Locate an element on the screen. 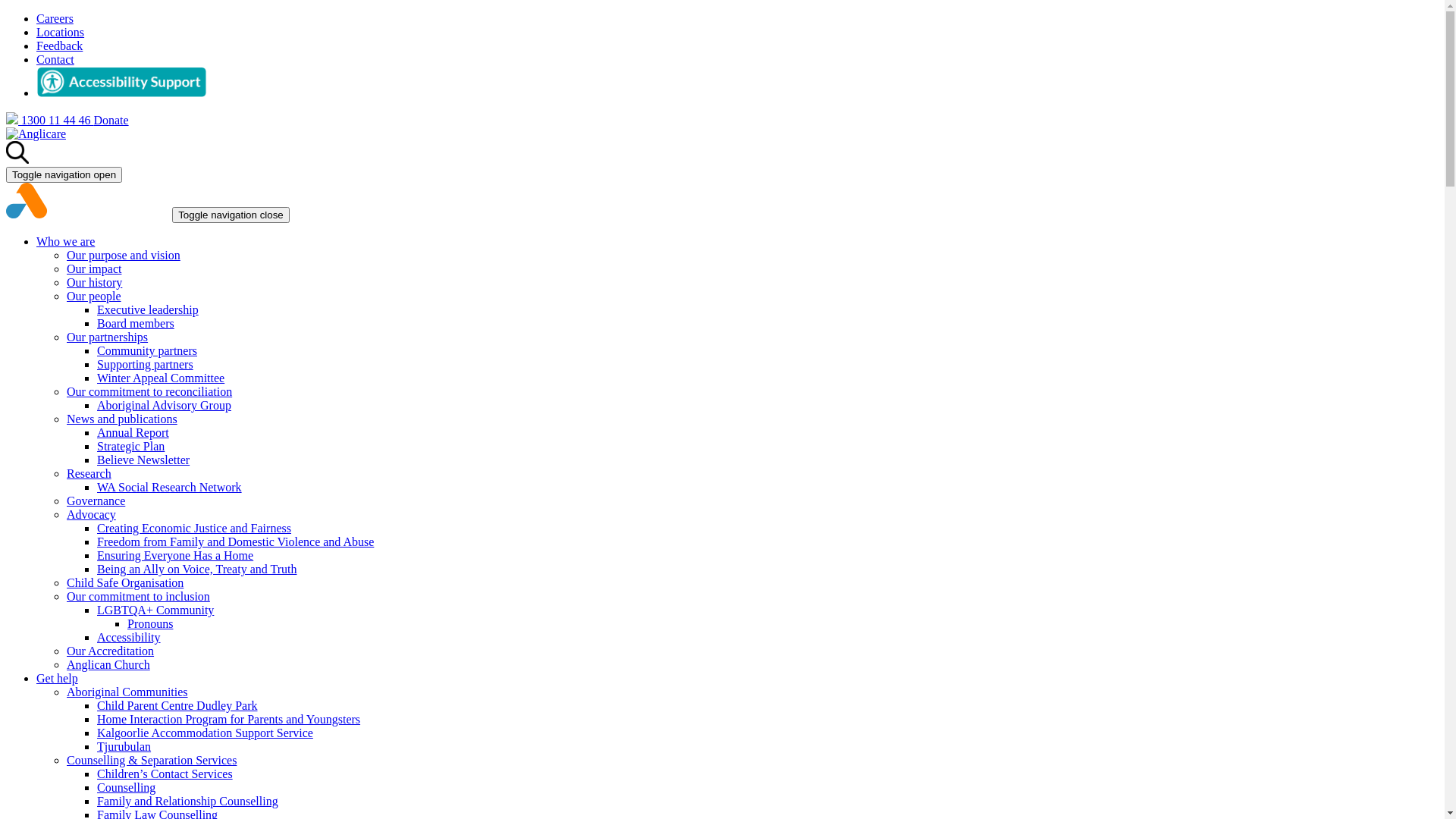  'Counselling' is located at coordinates (126, 786).